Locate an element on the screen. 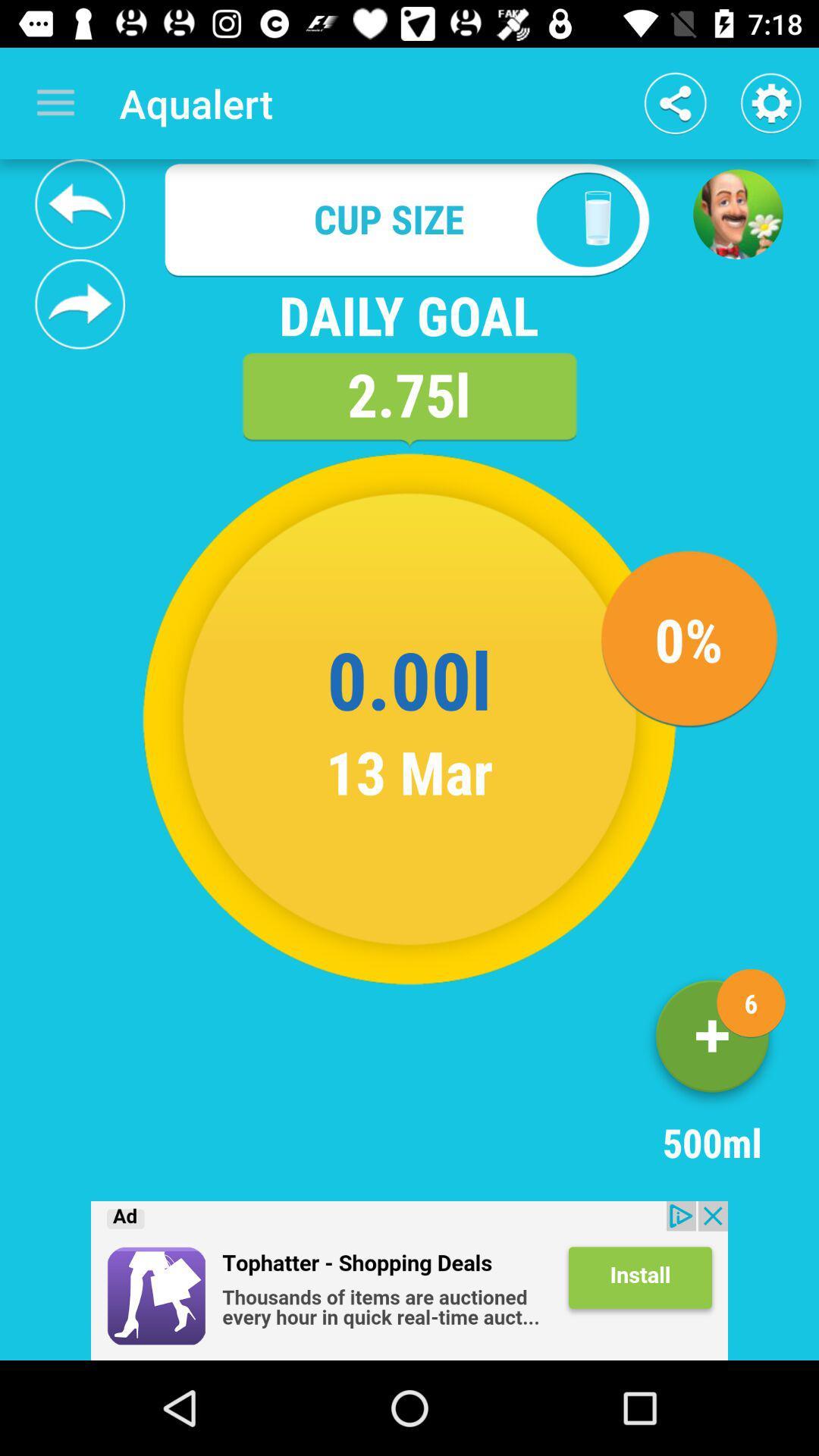  aqualert water intake tracker reminder google fit is located at coordinates (80, 203).